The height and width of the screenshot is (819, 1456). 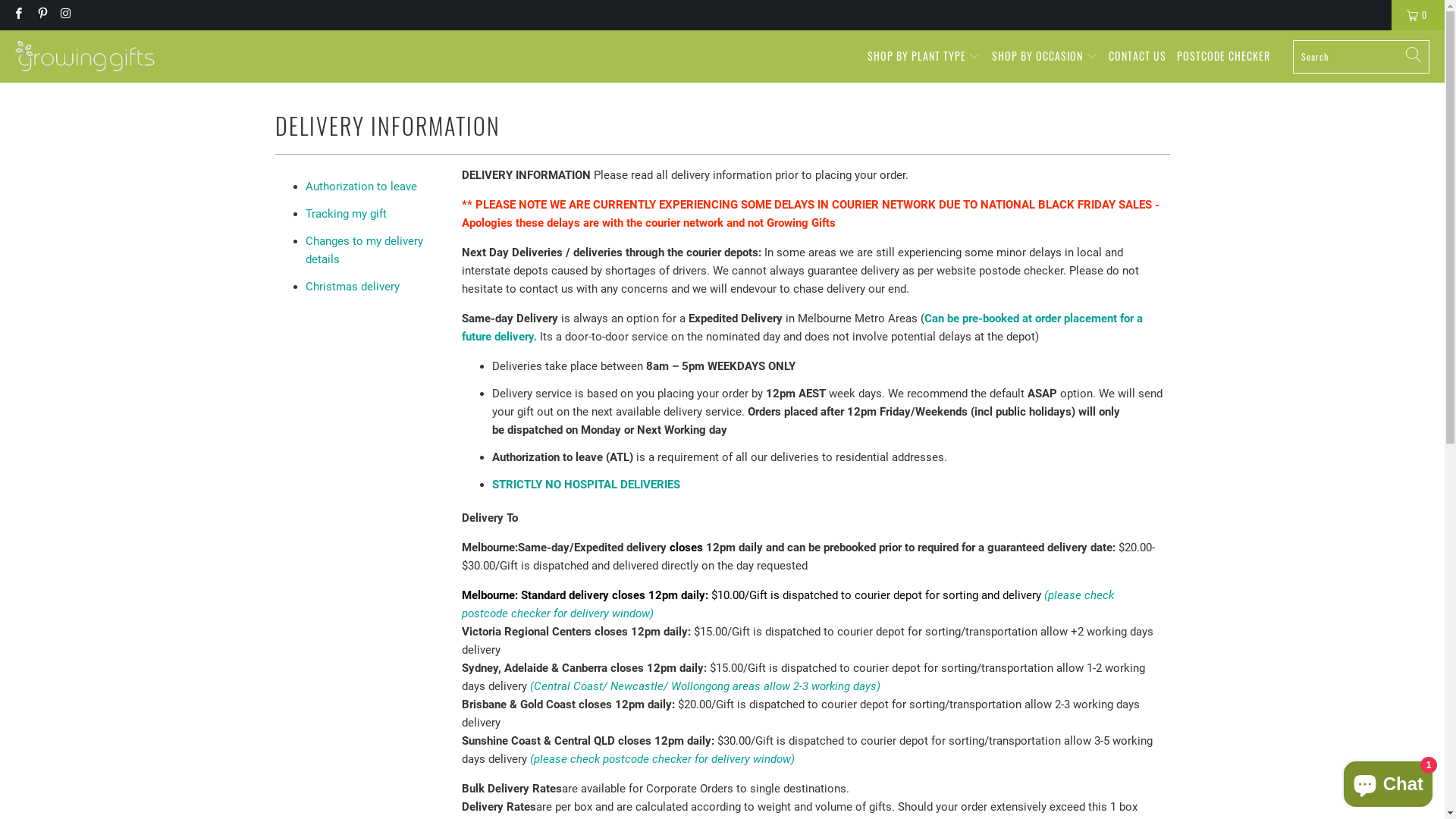 What do you see at coordinates (64, 14) in the screenshot?
I see `'Growing Gifts on Instagram'` at bounding box center [64, 14].